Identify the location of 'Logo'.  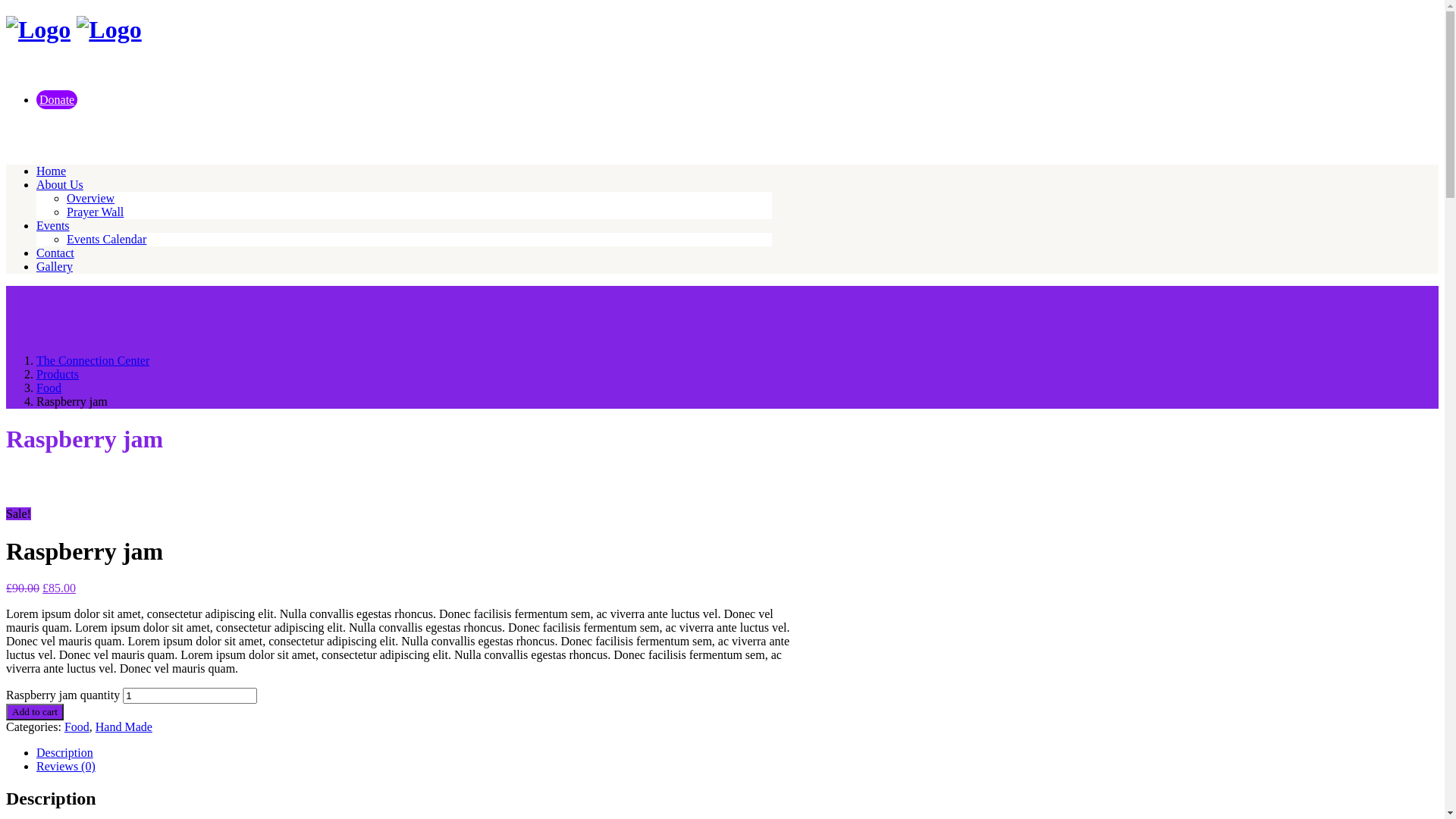
(38, 29).